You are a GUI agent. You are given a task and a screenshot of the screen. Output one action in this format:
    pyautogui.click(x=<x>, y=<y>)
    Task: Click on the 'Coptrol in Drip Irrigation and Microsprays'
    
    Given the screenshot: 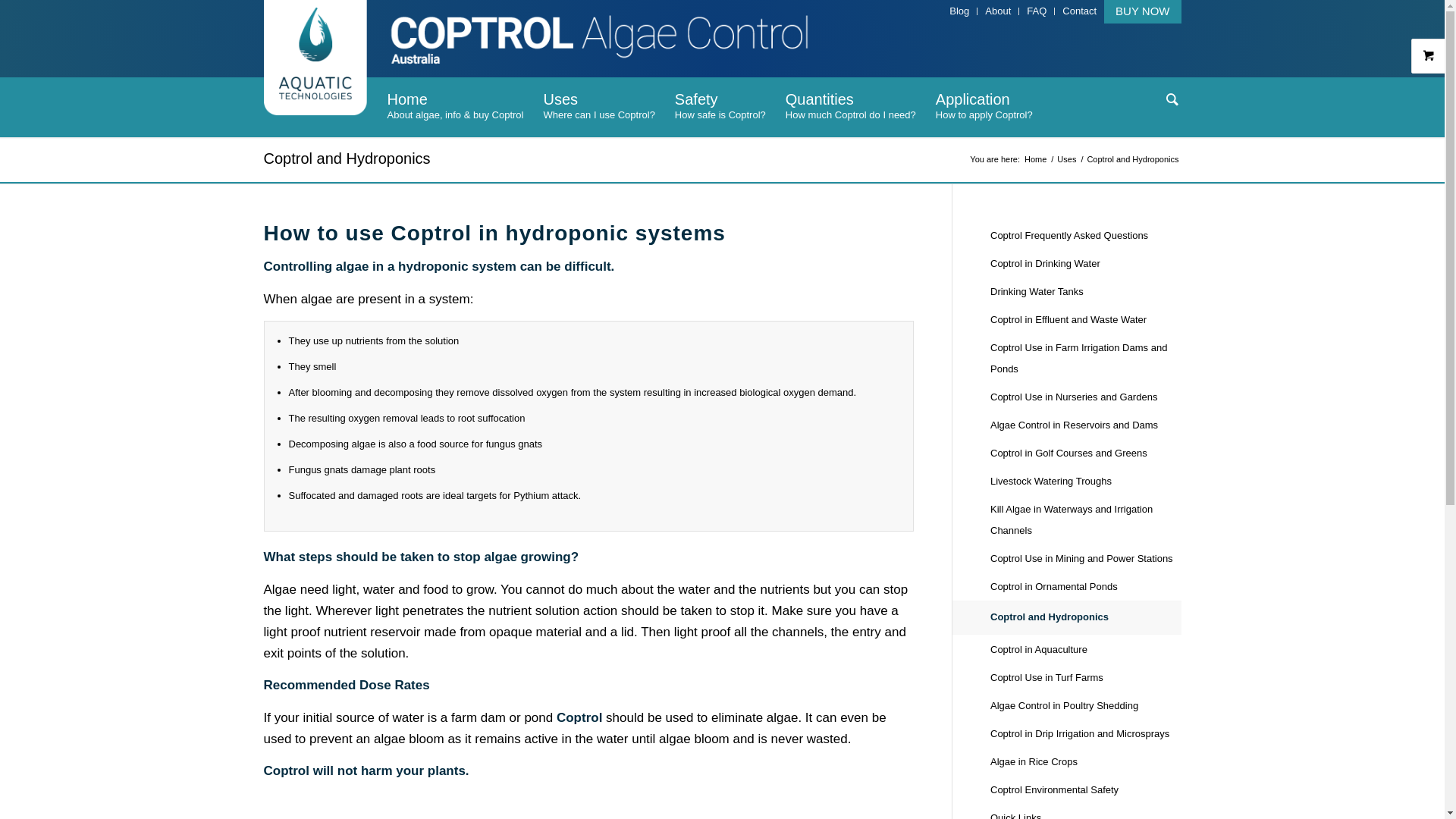 What is the action you would take?
    pyautogui.click(x=1084, y=733)
    